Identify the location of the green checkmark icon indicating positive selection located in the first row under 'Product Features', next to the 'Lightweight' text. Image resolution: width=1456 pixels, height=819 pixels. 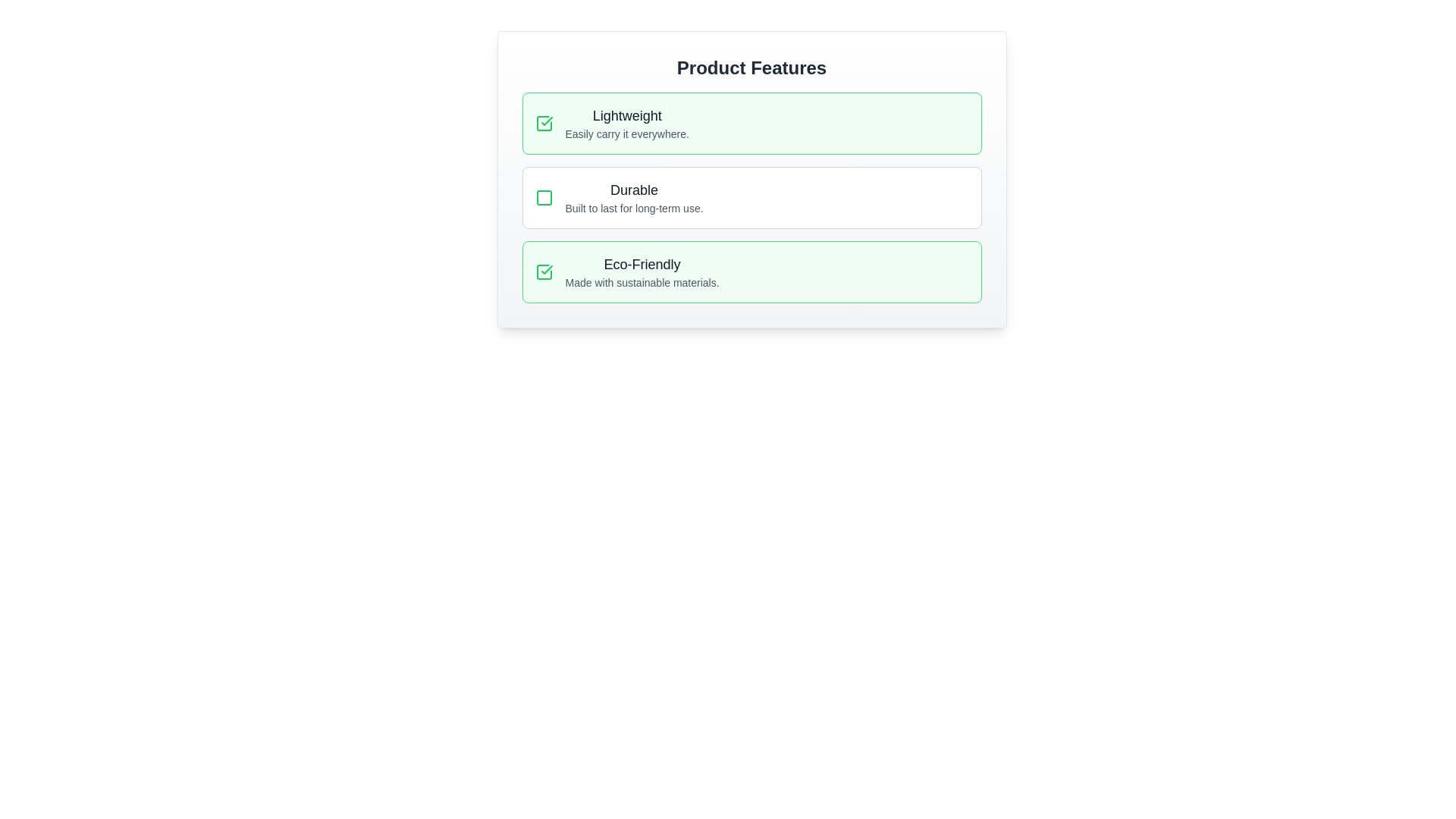
(546, 268).